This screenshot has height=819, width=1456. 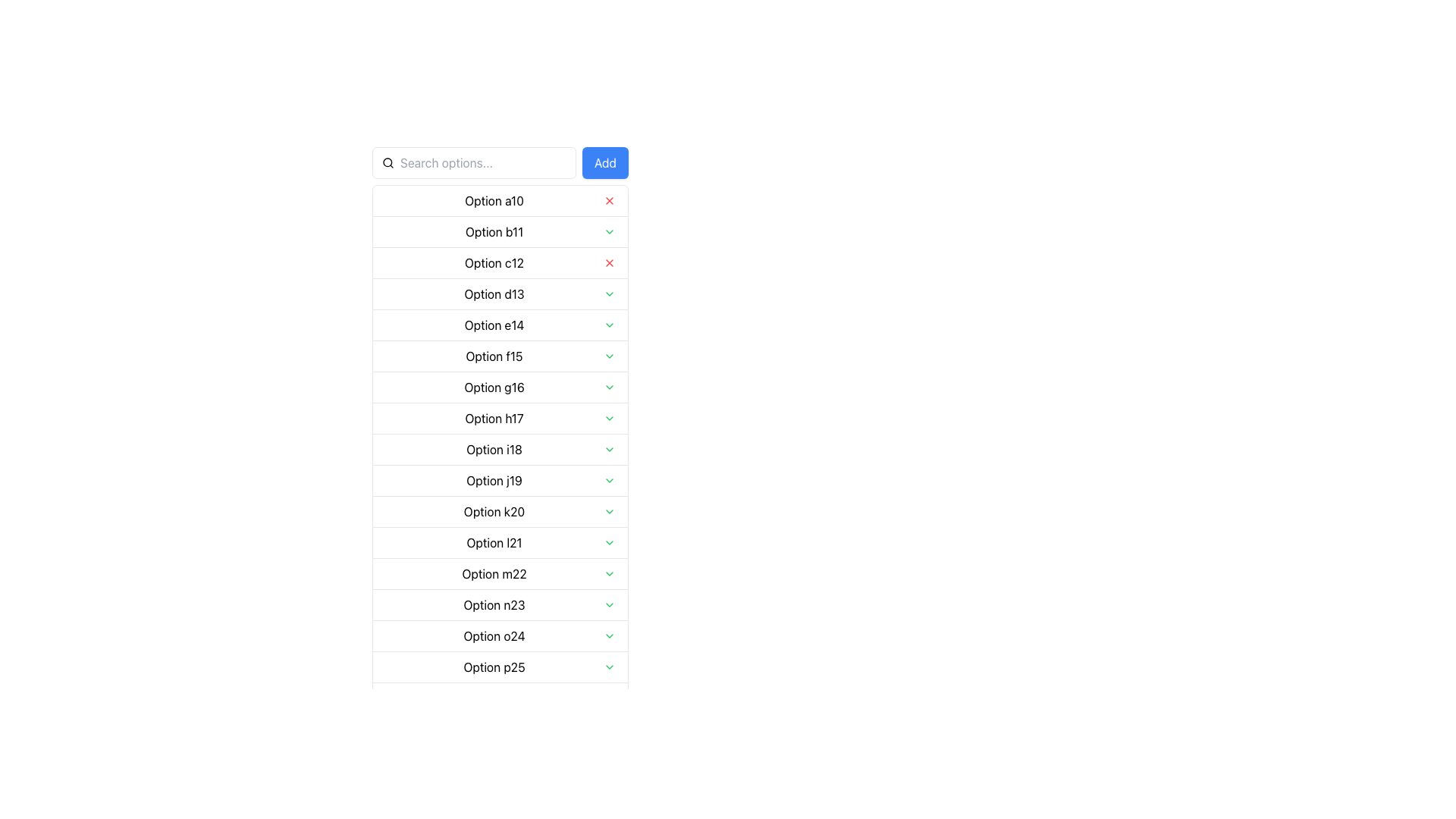 I want to click on the text label displaying 'Option k20', which is the twelfth item in a vertical list of options, so click(x=494, y=512).